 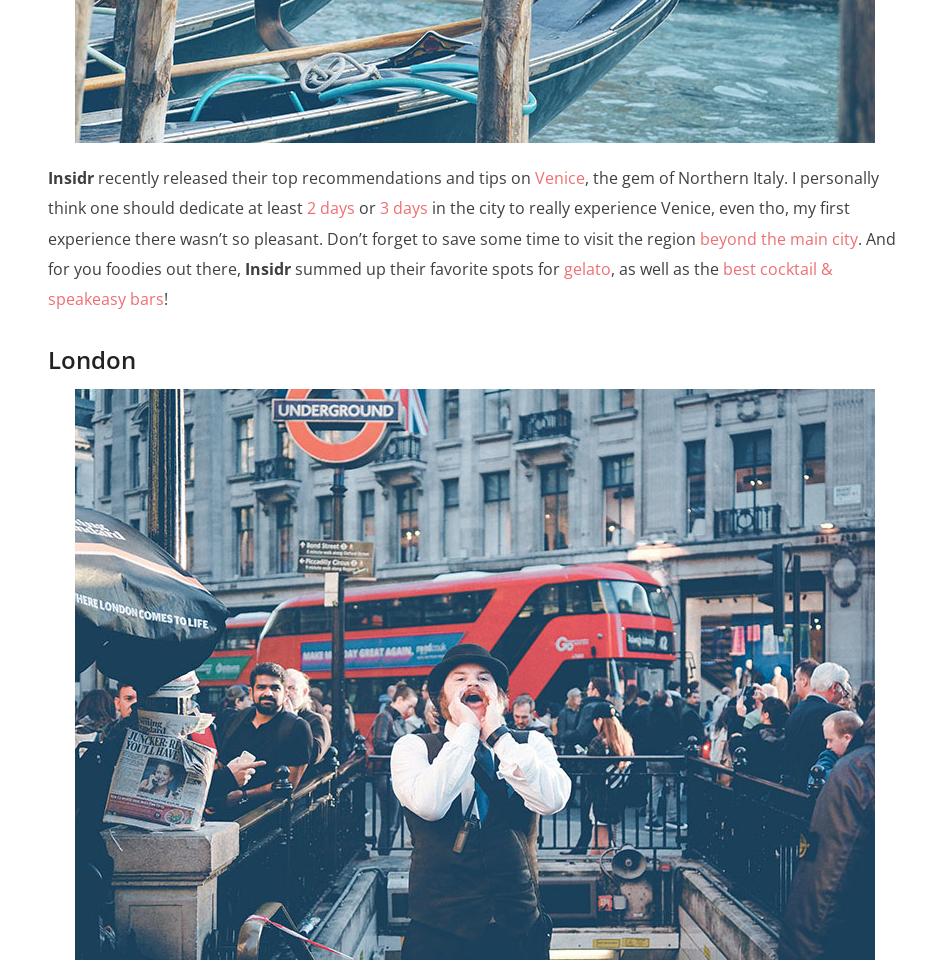 What do you see at coordinates (438, 283) in the screenshot?
I see `'best cocktail & speakeasy bars'` at bounding box center [438, 283].